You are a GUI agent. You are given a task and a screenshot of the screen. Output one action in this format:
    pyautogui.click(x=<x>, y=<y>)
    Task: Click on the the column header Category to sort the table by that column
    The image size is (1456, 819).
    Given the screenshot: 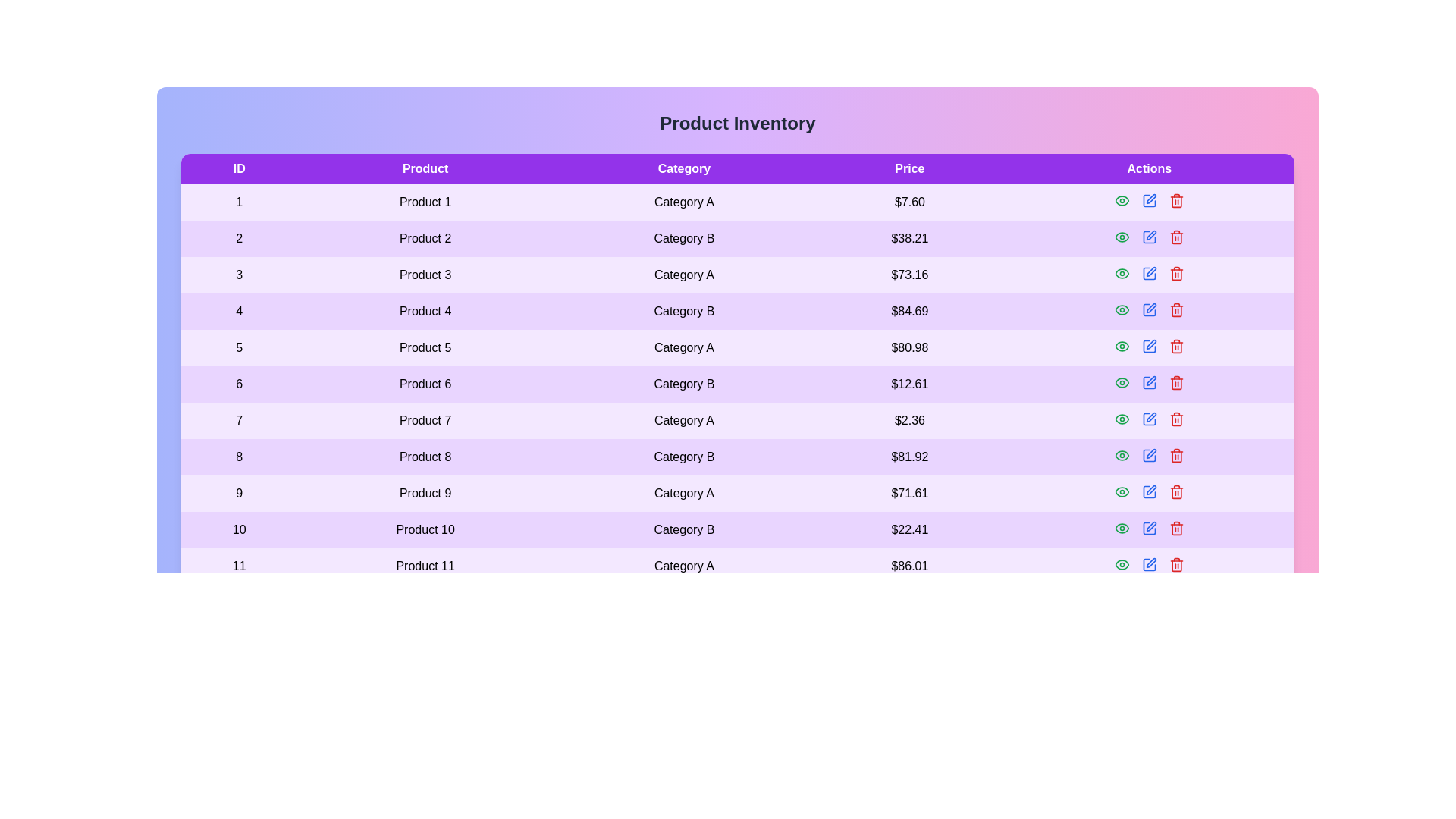 What is the action you would take?
    pyautogui.click(x=683, y=169)
    